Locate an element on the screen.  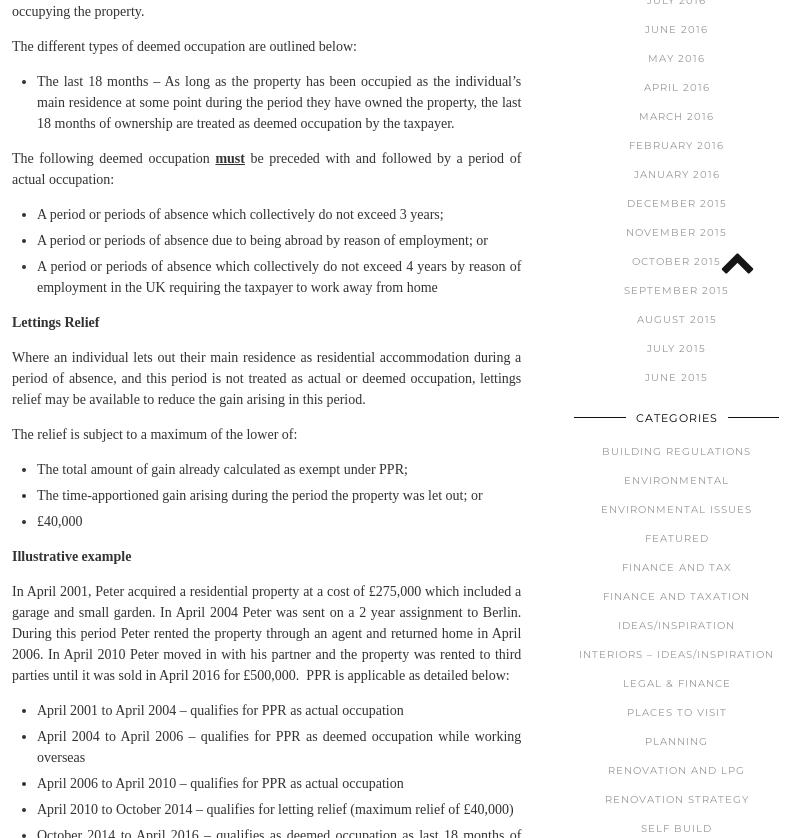
'Lettings Relief' is located at coordinates (54, 320).